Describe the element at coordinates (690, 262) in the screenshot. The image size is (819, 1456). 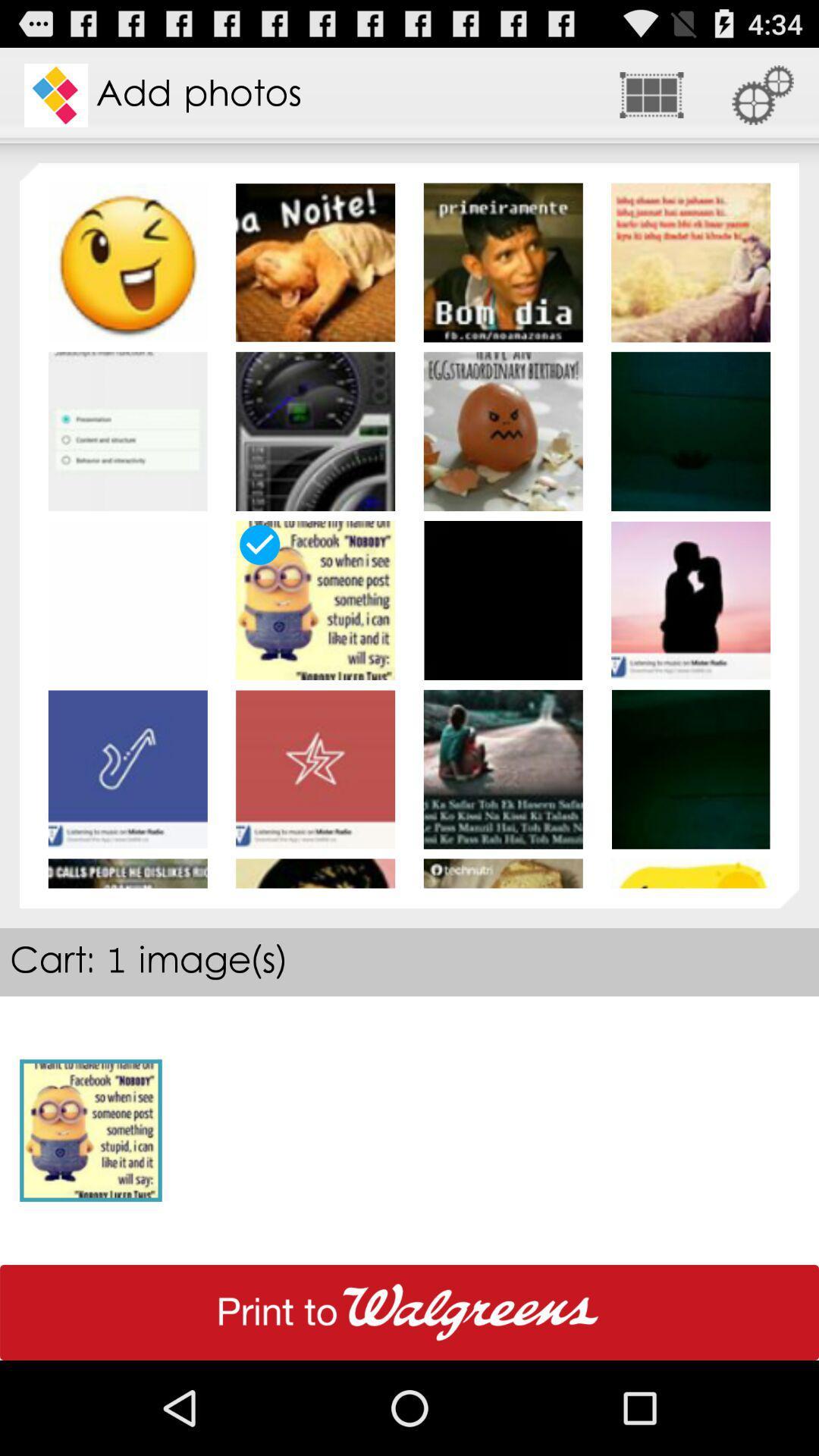
I see `the last image in 1st line` at that location.